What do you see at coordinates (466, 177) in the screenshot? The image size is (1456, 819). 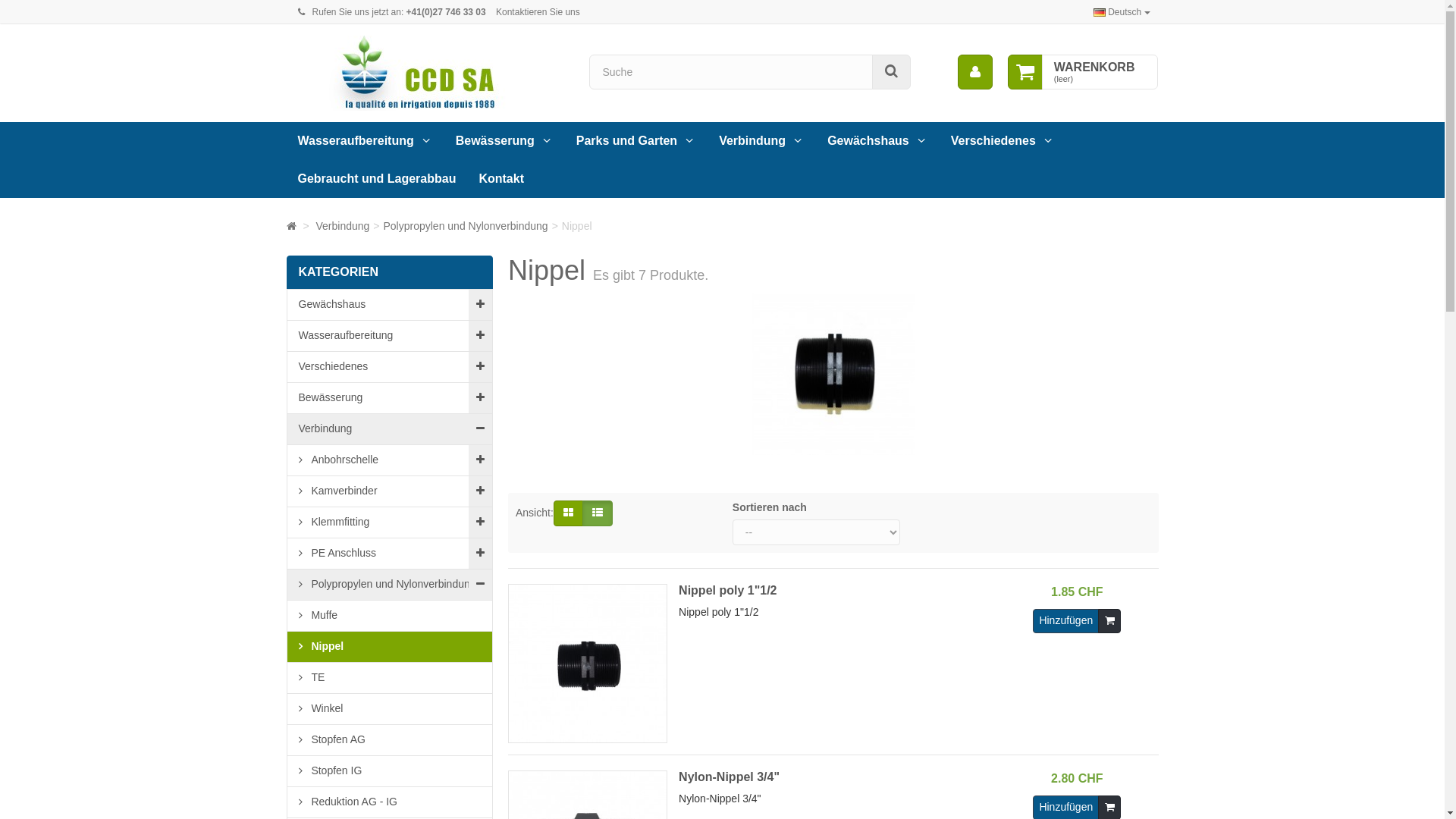 I see `'Kontakt'` at bounding box center [466, 177].